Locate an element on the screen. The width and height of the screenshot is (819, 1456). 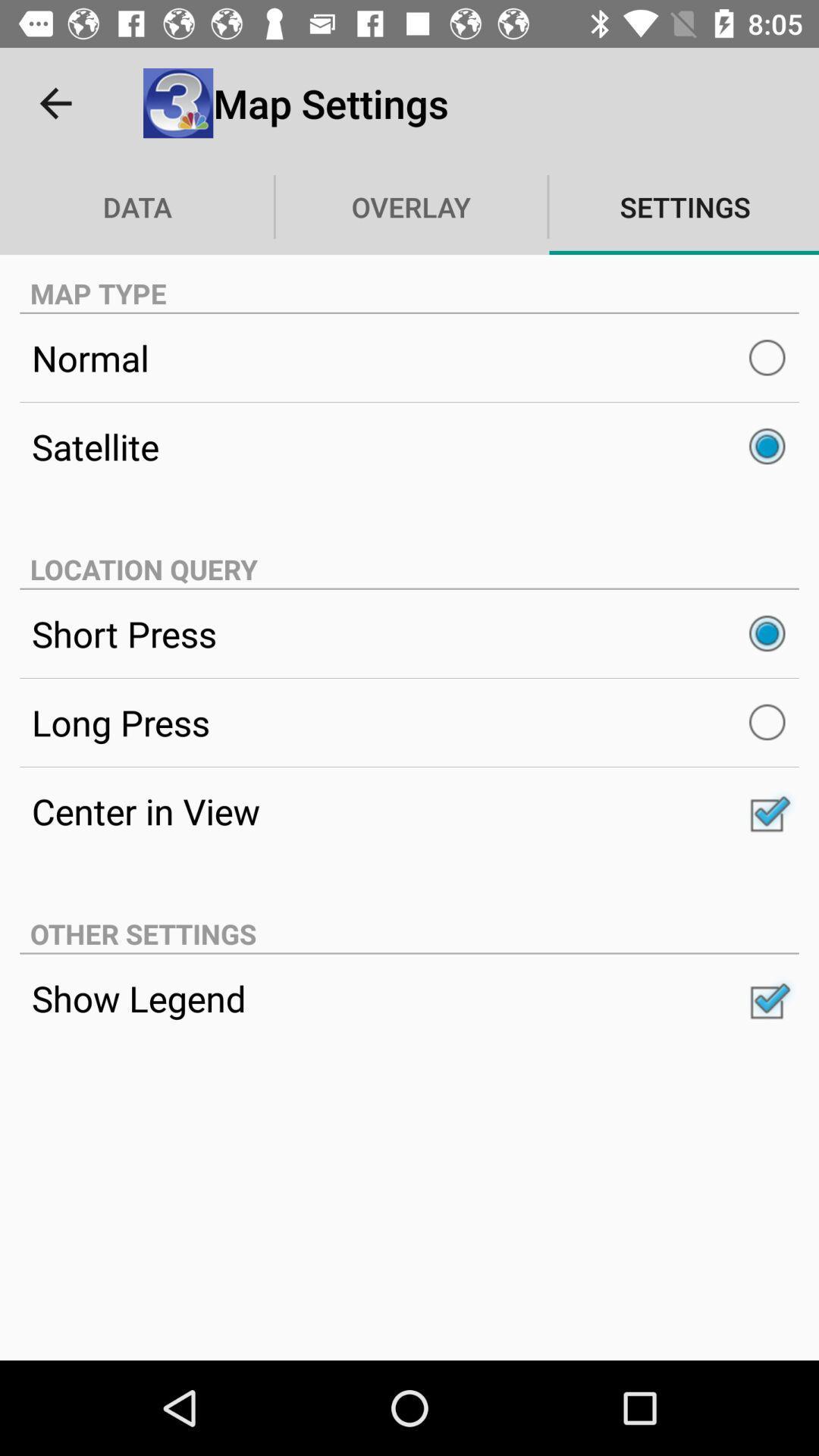
the short press is located at coordinates (409, 633).